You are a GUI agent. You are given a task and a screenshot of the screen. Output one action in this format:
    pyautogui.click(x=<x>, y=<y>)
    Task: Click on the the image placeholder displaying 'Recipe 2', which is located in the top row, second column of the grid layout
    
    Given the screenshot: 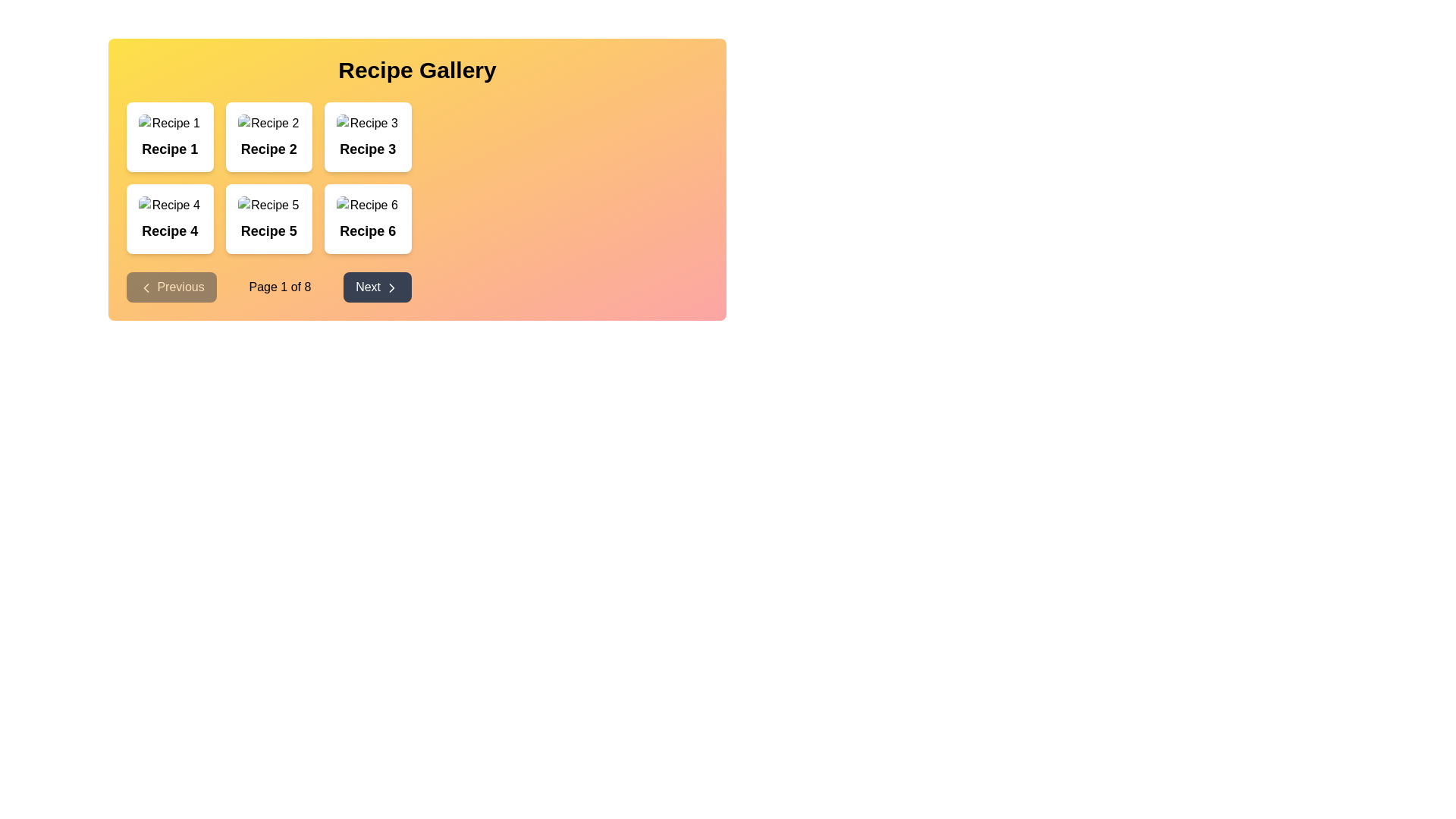 What is the action you would take?
    pyautogui.click(x=268, y=122)
    